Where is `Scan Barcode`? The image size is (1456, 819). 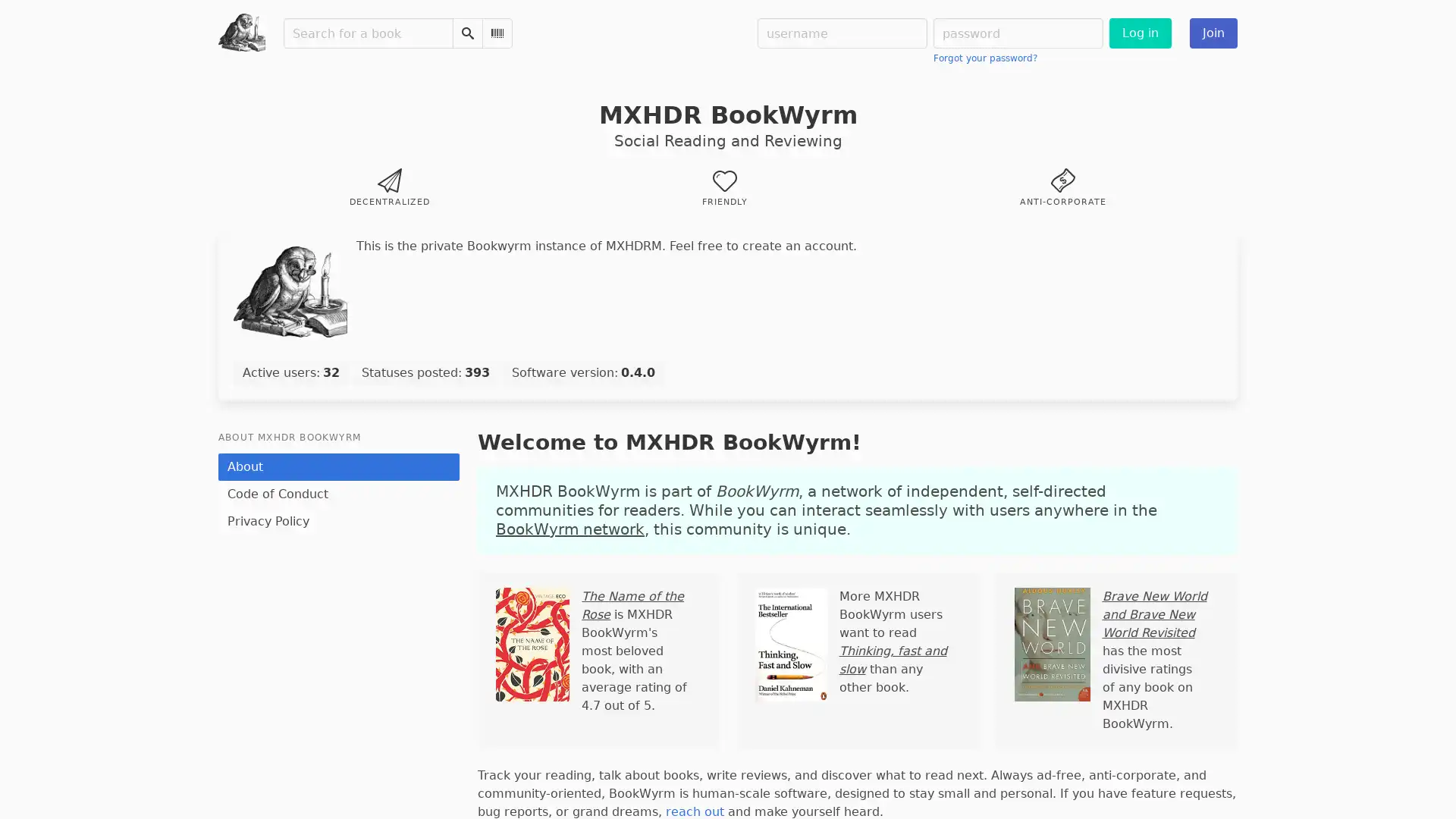 Scan Barcode is located at coordinates (497, 33).